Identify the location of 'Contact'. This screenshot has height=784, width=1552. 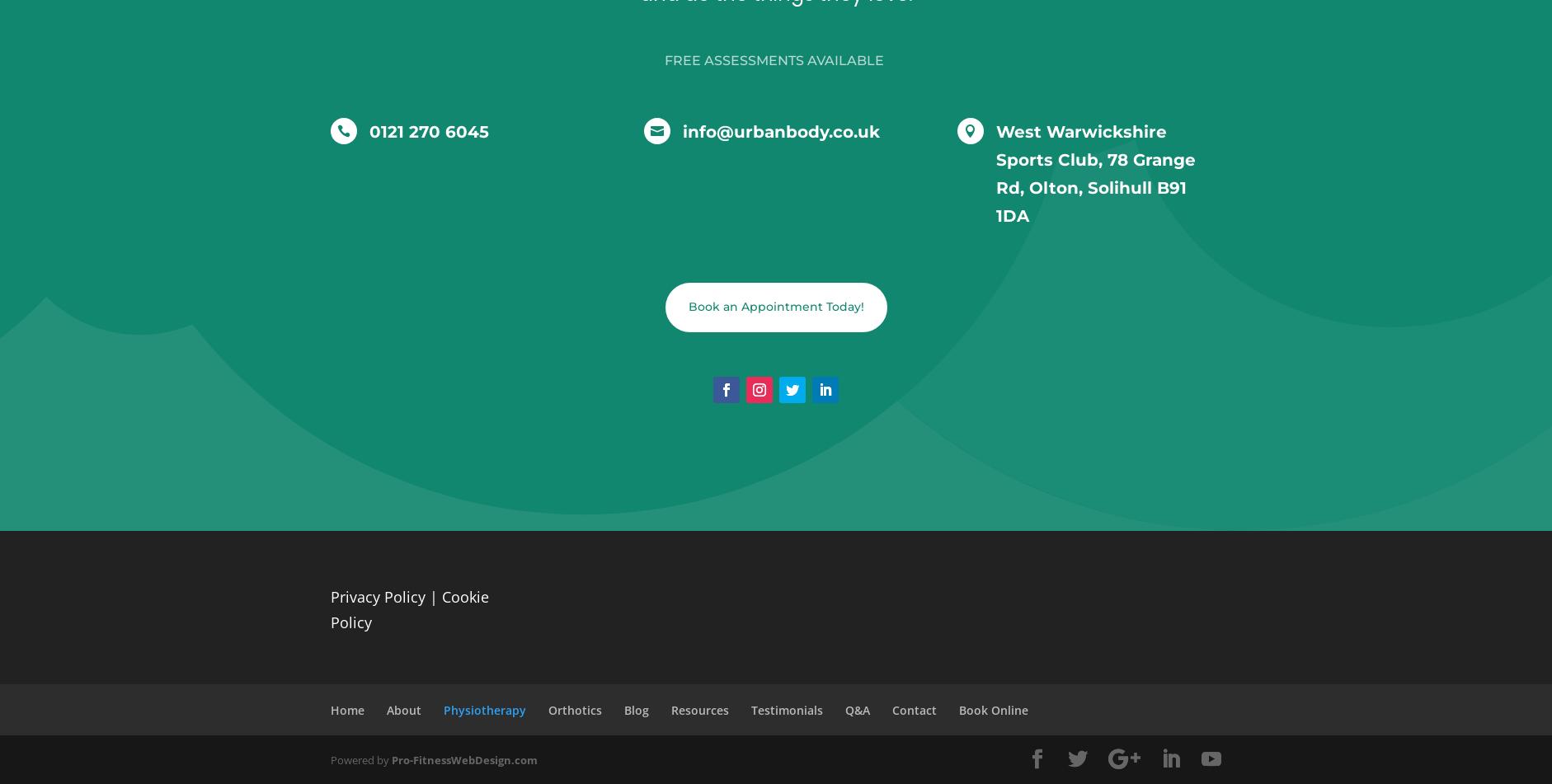
(891, 708).